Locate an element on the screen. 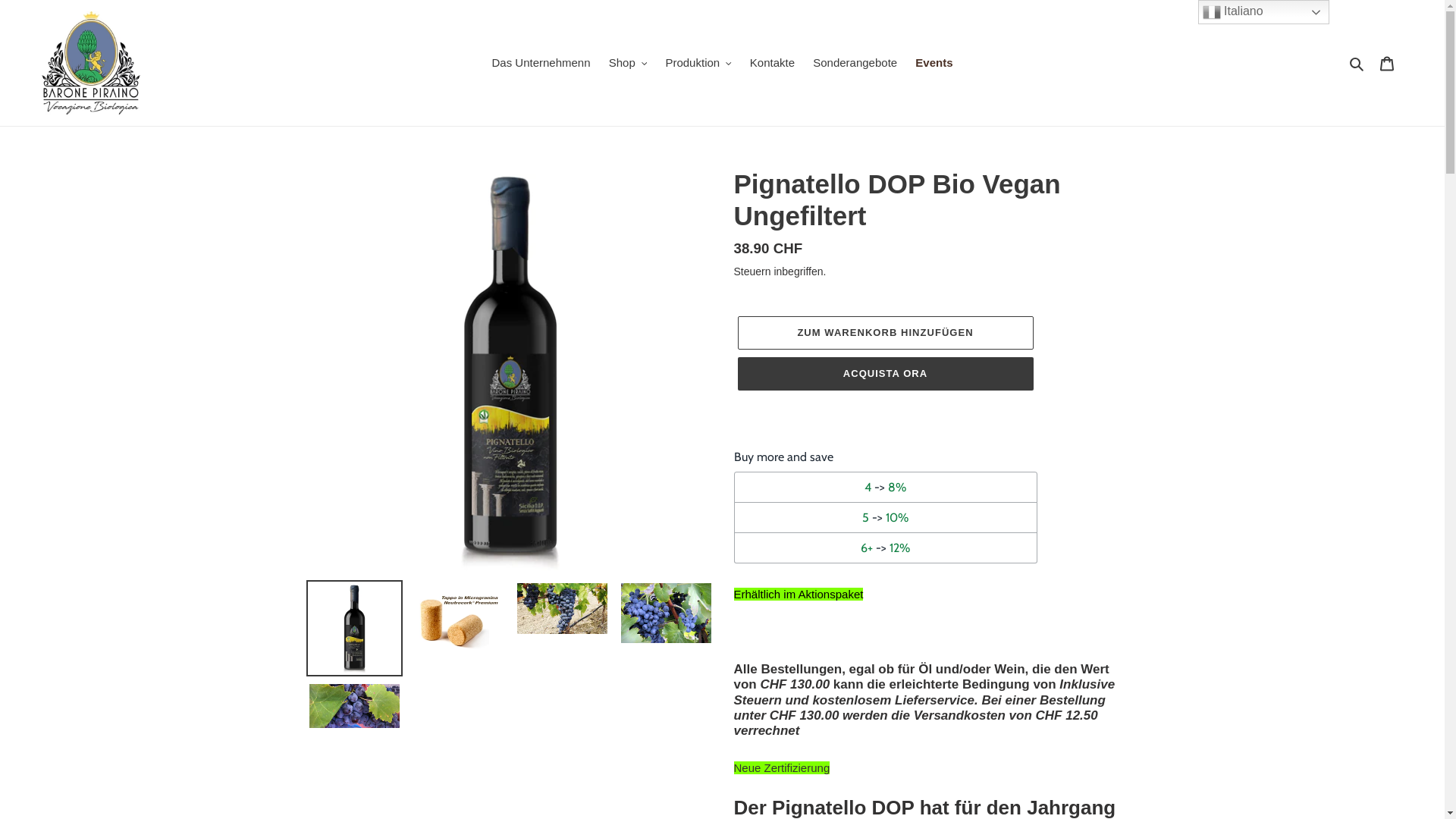  'Shop' is located at coordinates (628, 62).